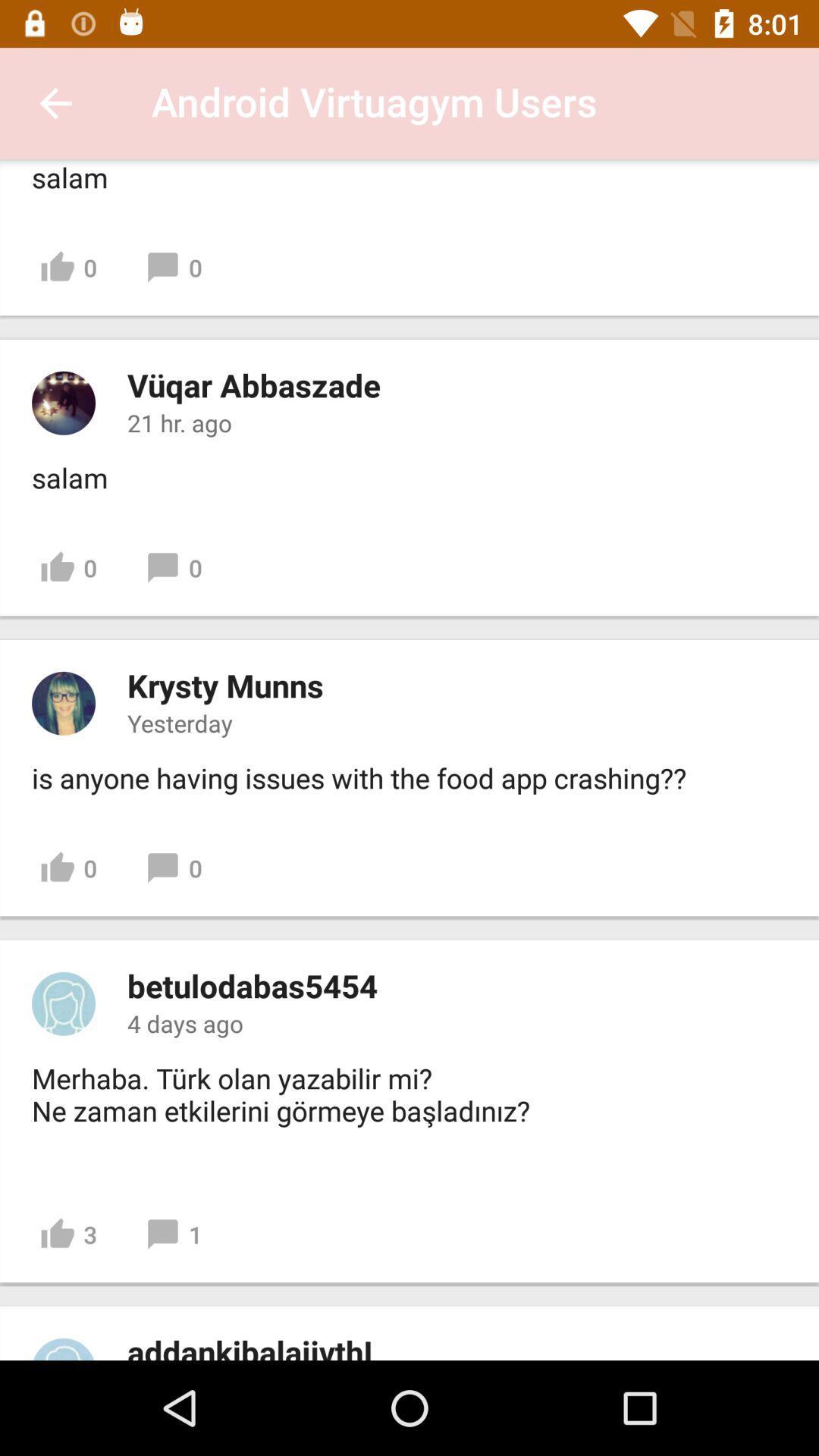  What do you see at coordinates (68, 1235) in the screenshot?
I see `3 item` at bounding box center [68, 1235].